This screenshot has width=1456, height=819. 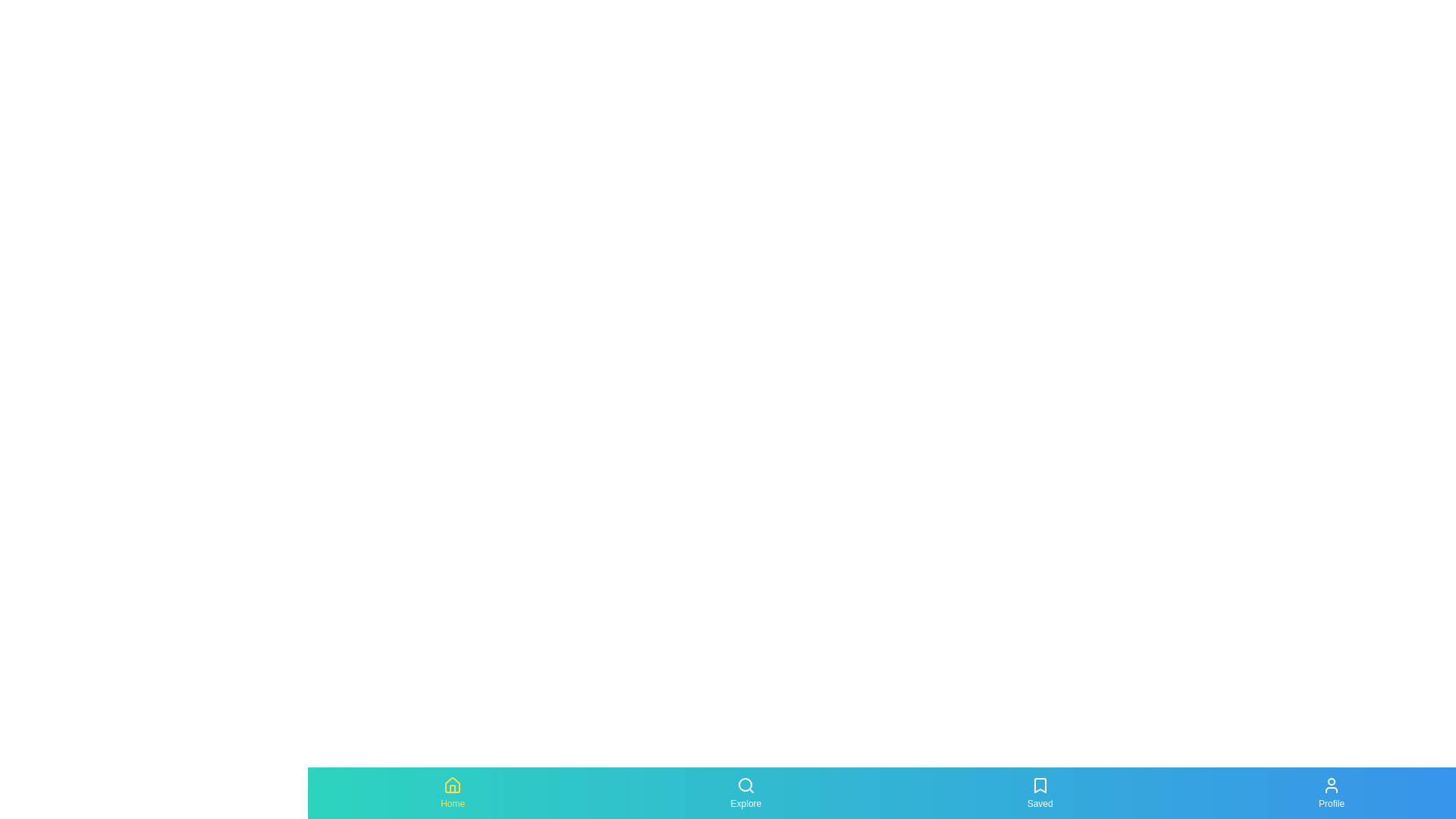 What do you see at coordinates (1331, 792) in the screenshot?
I see `the tab labeled Profile by clicking on its icon or label` at bounding box center [1331, 792].